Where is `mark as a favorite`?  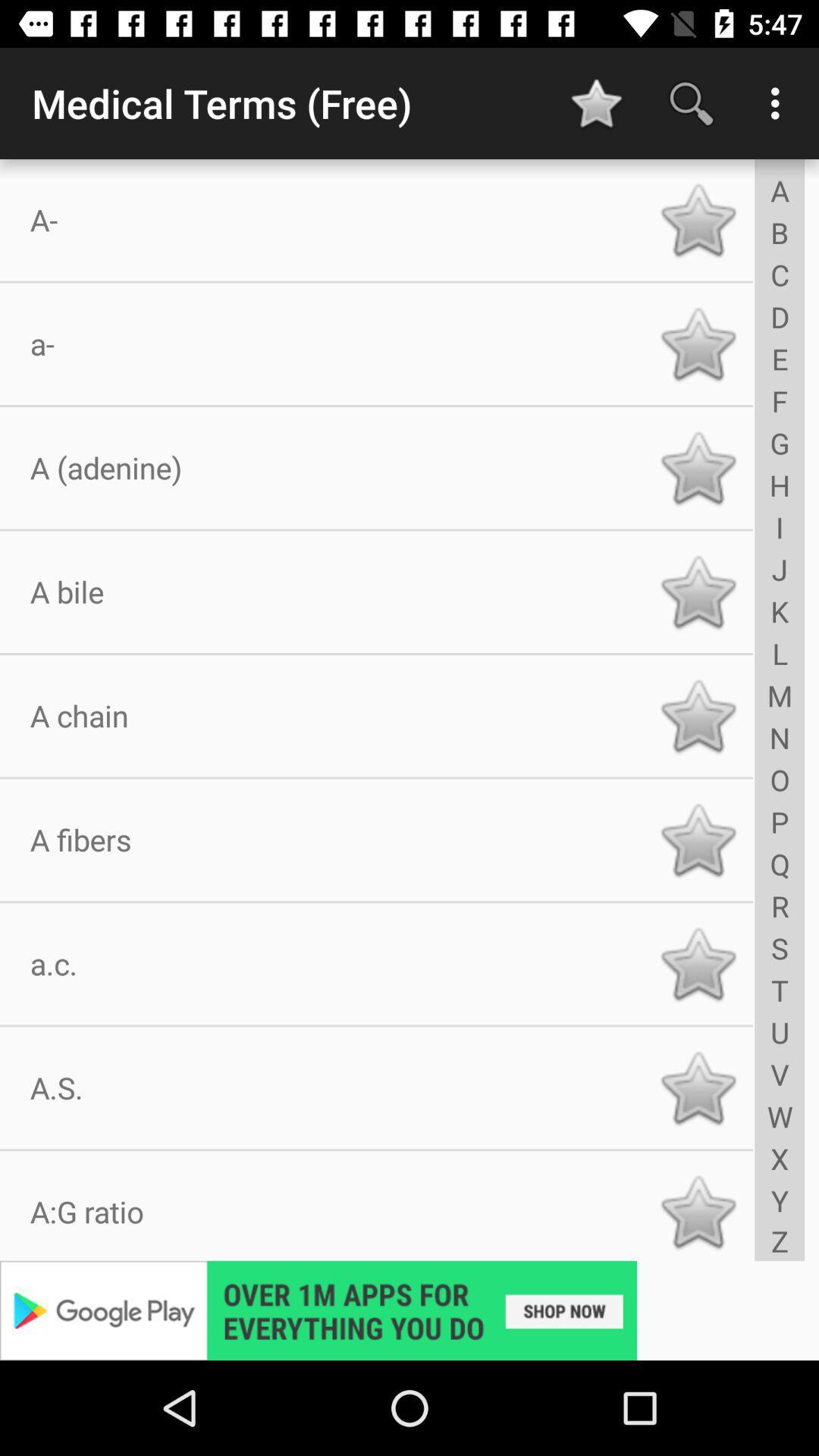 mark as a favorite is located at coordinates (698, 467).